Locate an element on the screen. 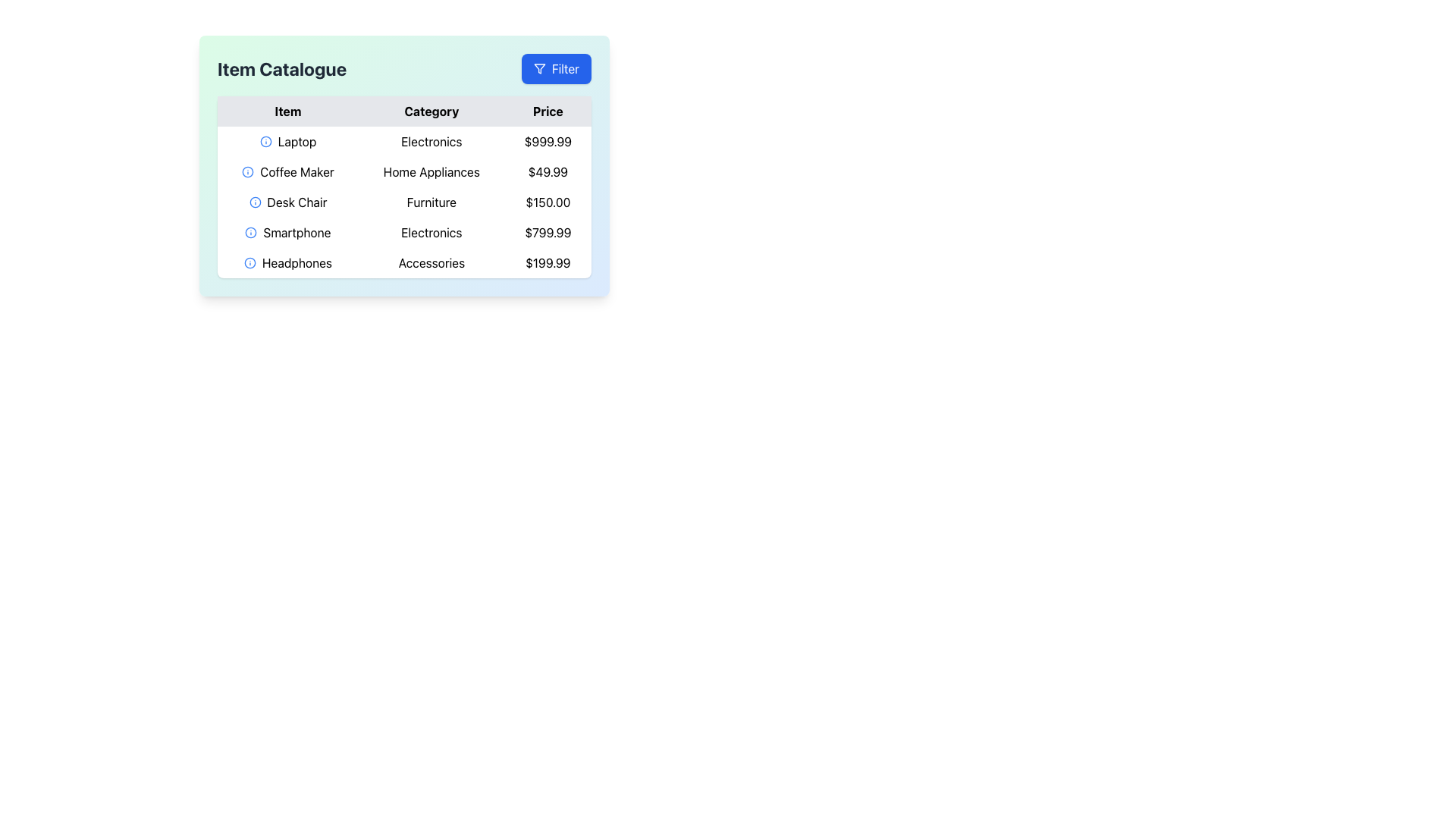 This screenshot has height=819, width=1456. the text label indicating the name of the item 'Desk Chair' in the catalogue, located in the second column under the 'Item' header is located at coordinates (287, 201).